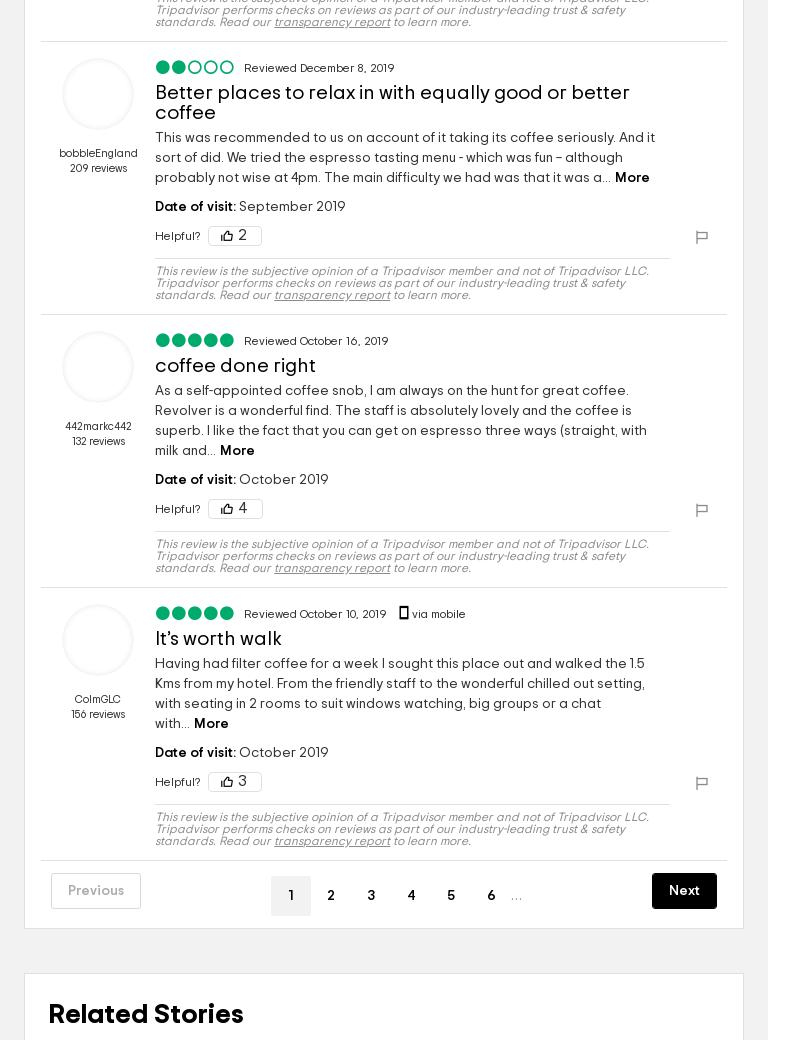  I want to click on 'ColmGLC', so click(96, 699).